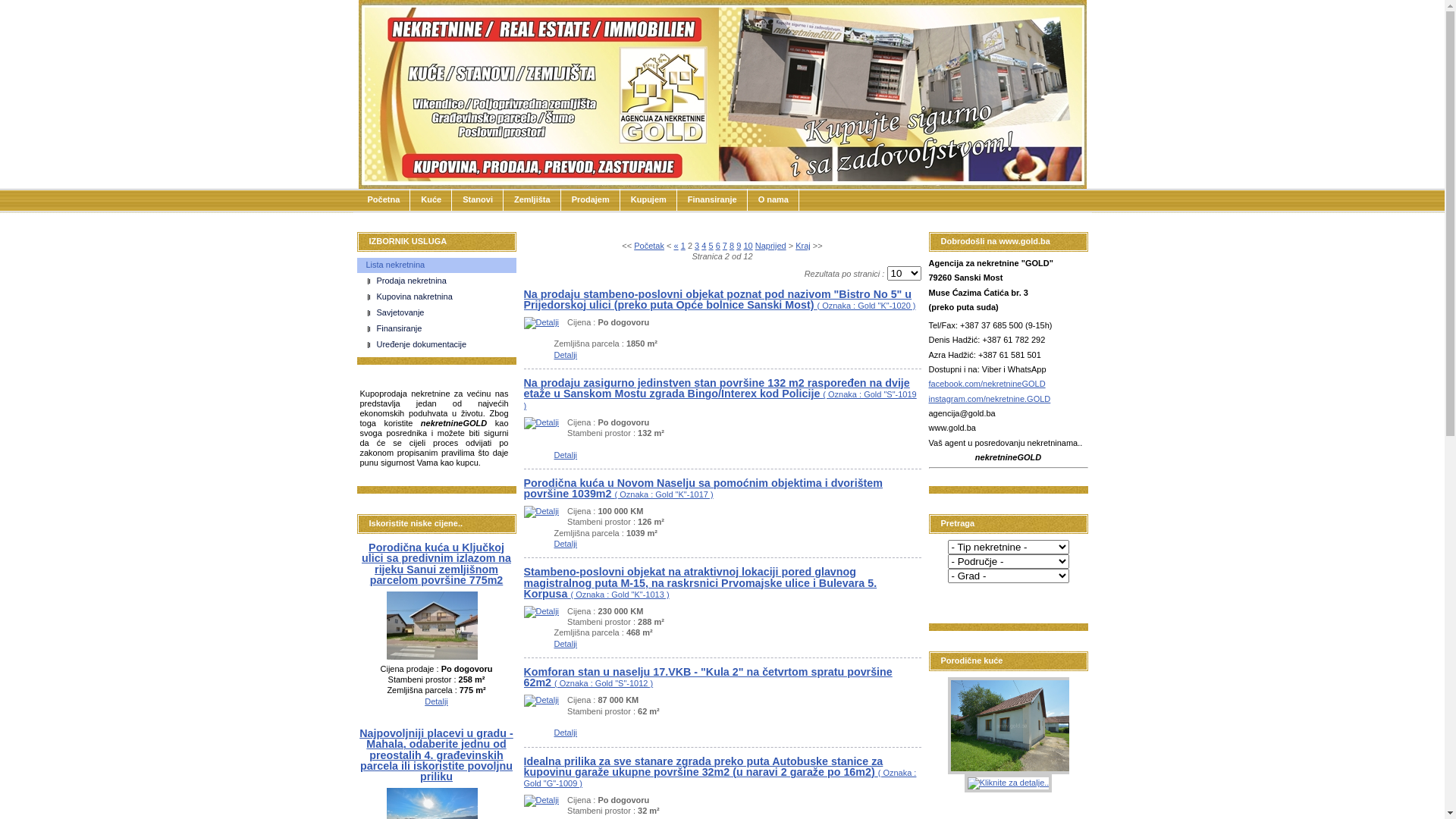 Image resolution: width=1456 pixels, height=819 pixels. I want to click on 'Finansiranje', so click(711, 199).